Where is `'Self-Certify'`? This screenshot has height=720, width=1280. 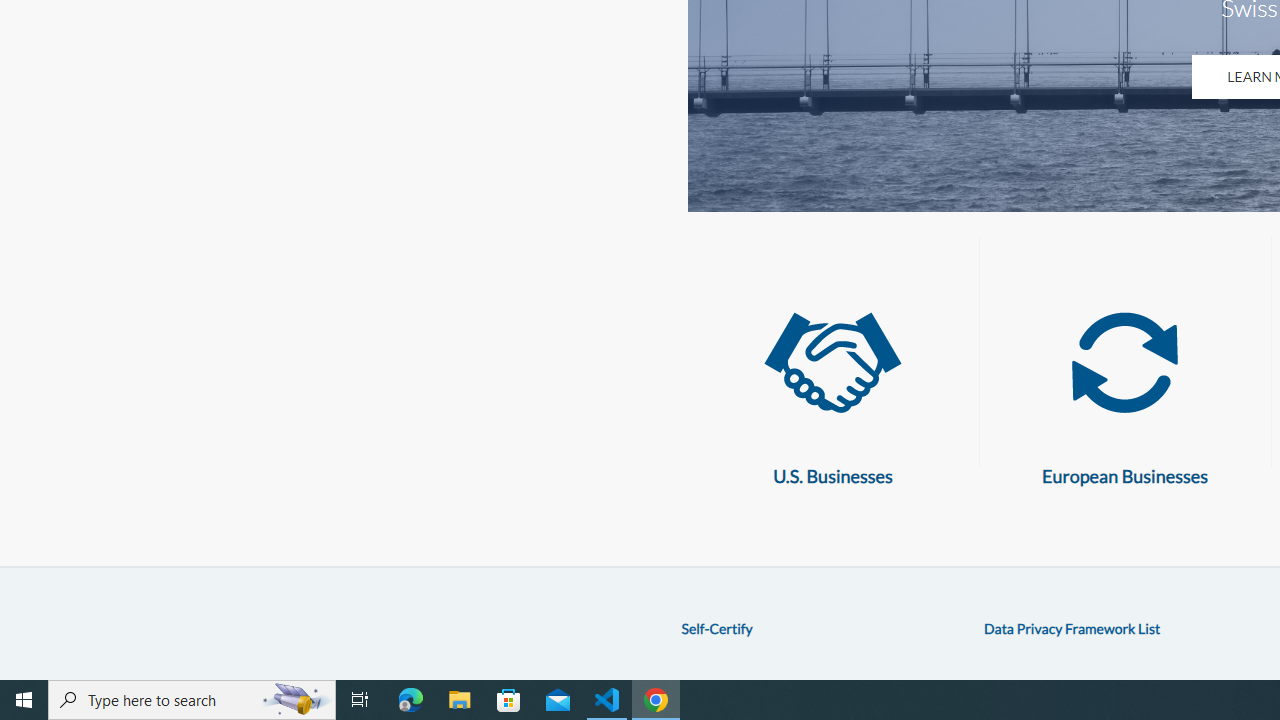 'Self-Certify' is located at coordinates (716, 627).